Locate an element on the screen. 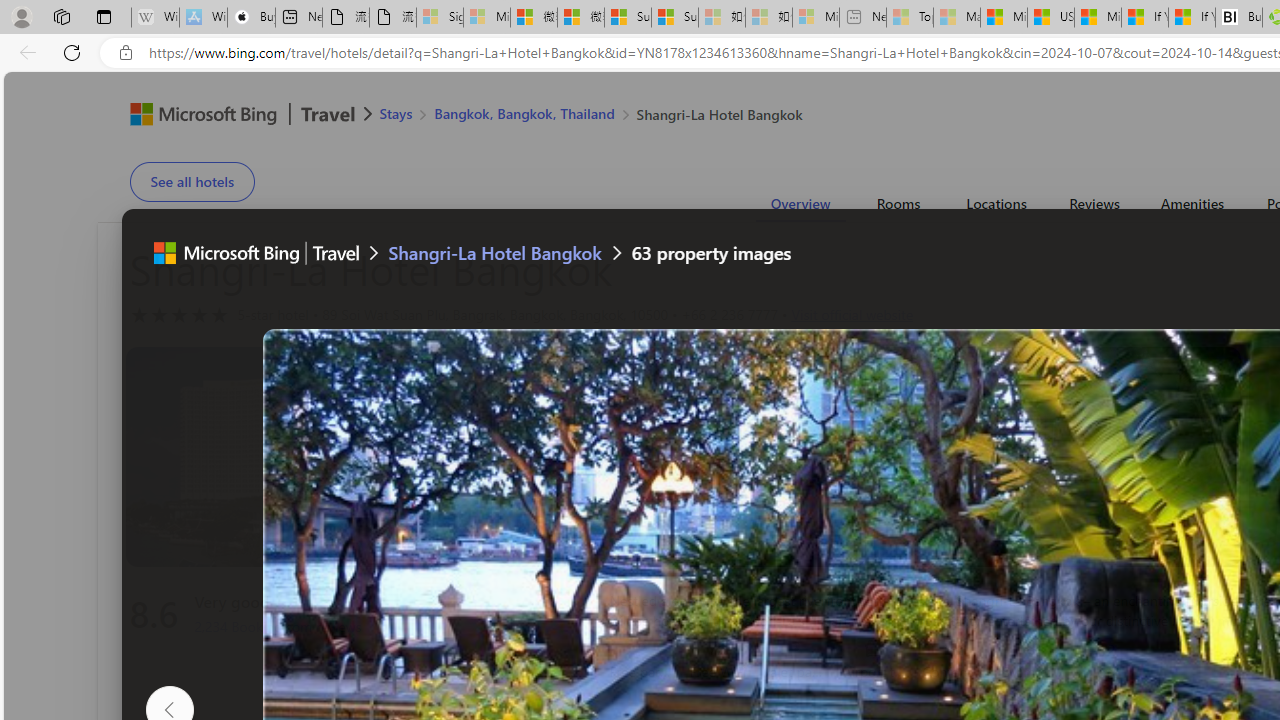  'US Heat Deaths Soared To Record High Last Year' is located at coordinates (1049, 17).